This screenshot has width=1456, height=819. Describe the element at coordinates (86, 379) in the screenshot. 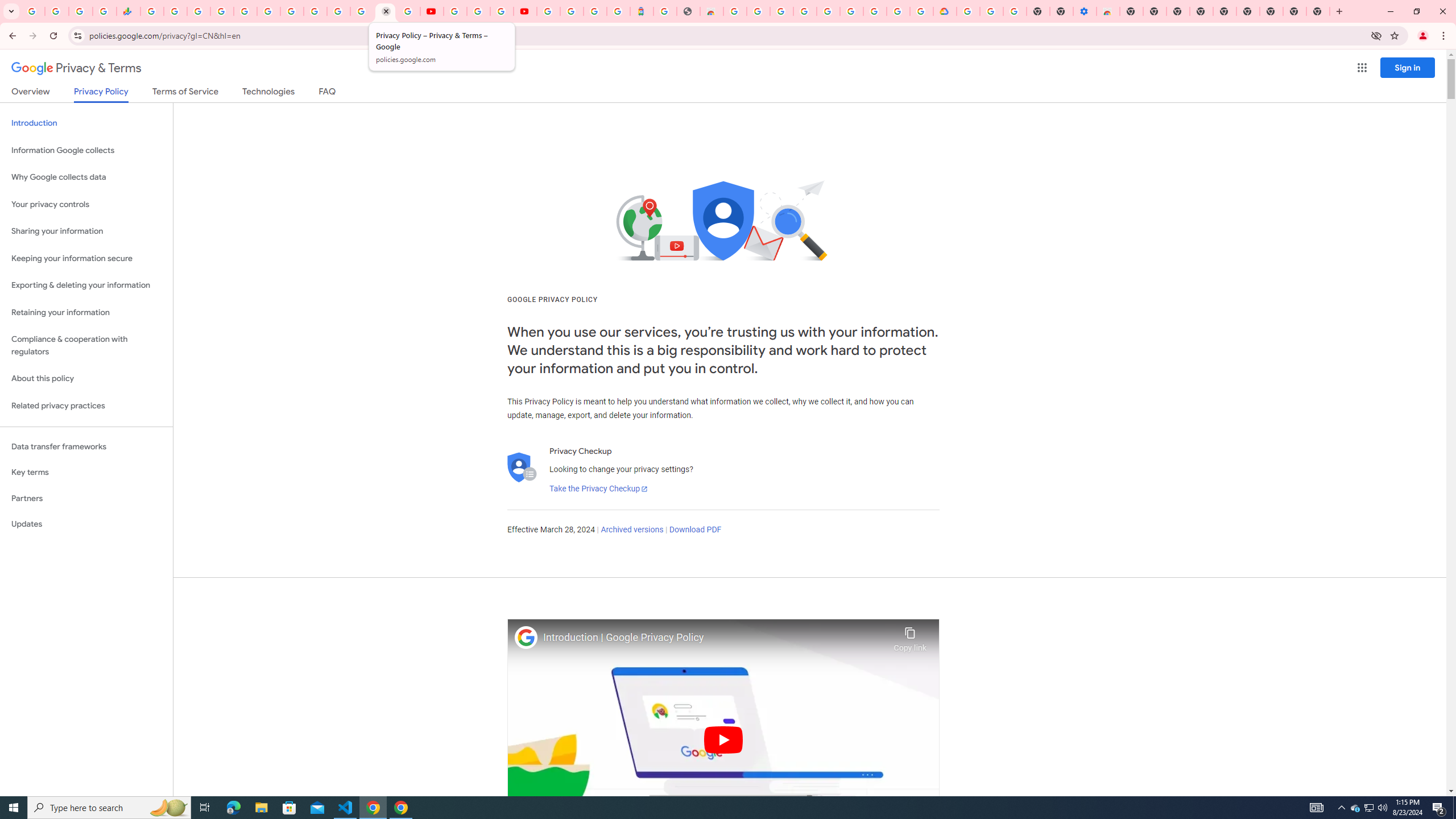

I see `'About this policy'` at that location.